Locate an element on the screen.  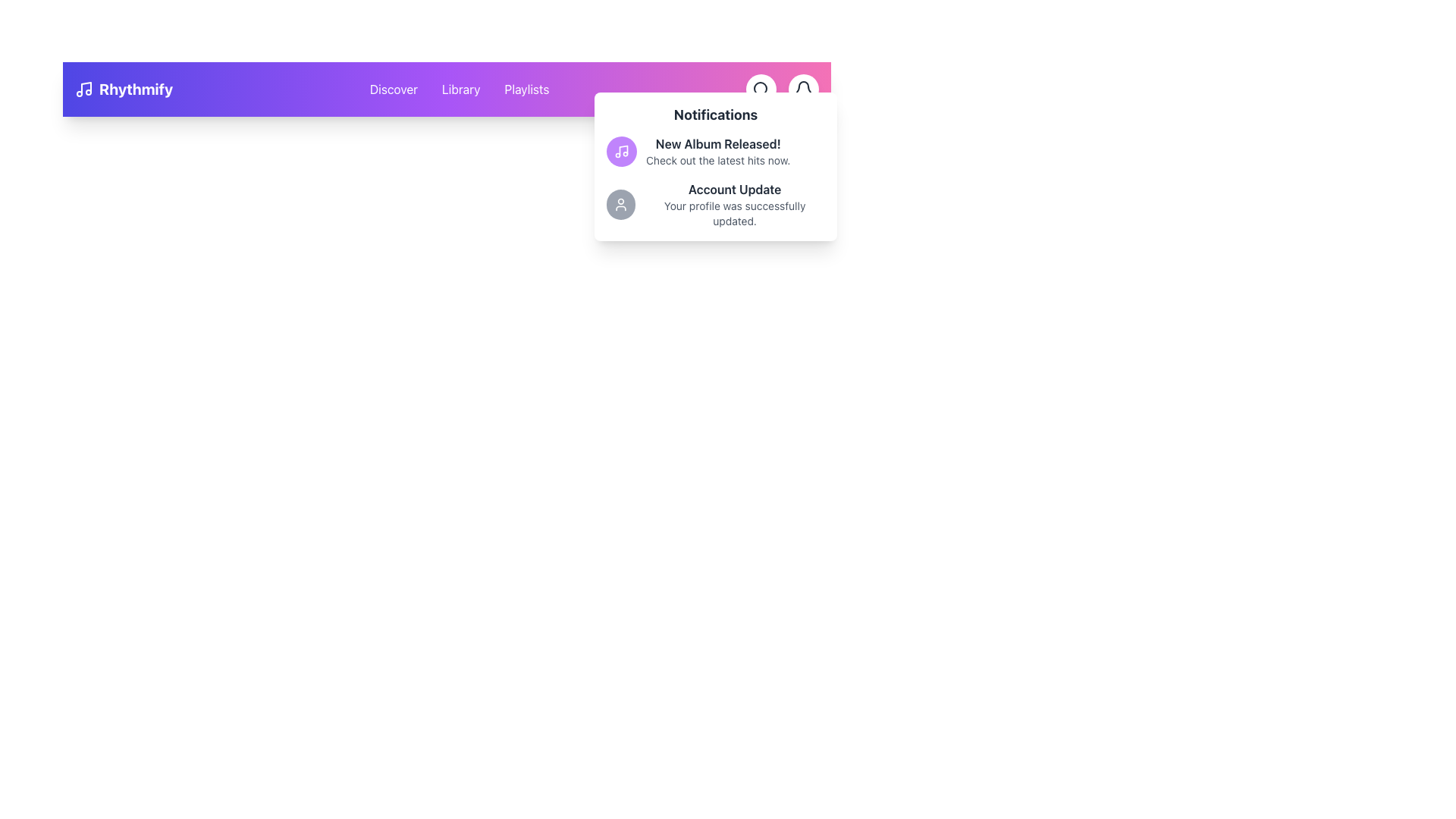
the notification bell icon is located at coordinates (803, 89).